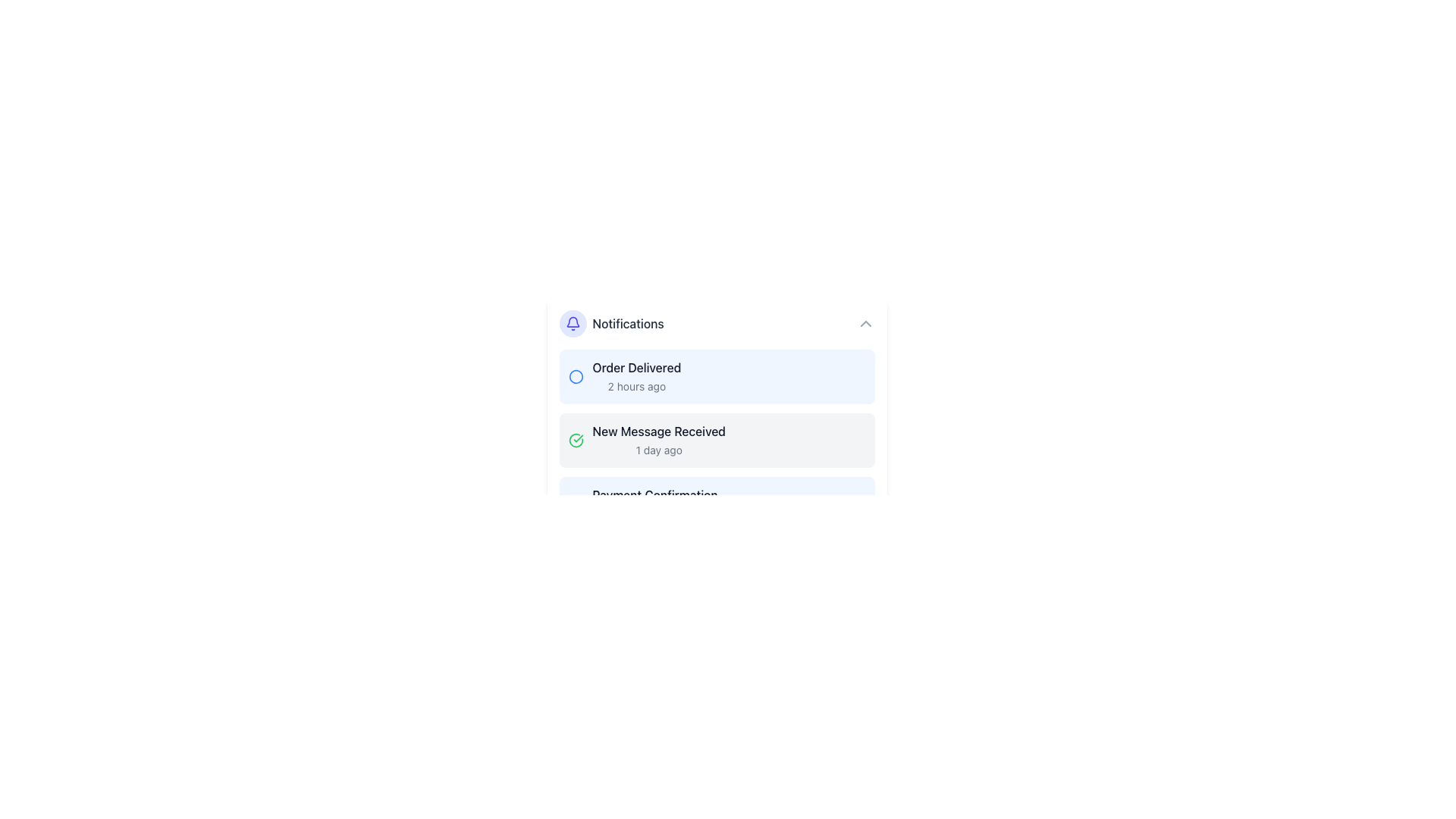 The width and height of the screenshot is (1456, 819). Describe the element at coordinates (575, 376) in the screenshot. I see `the circular icon with a blue stroke that indicates the status of the 'Order Delivered' notification` at that location.